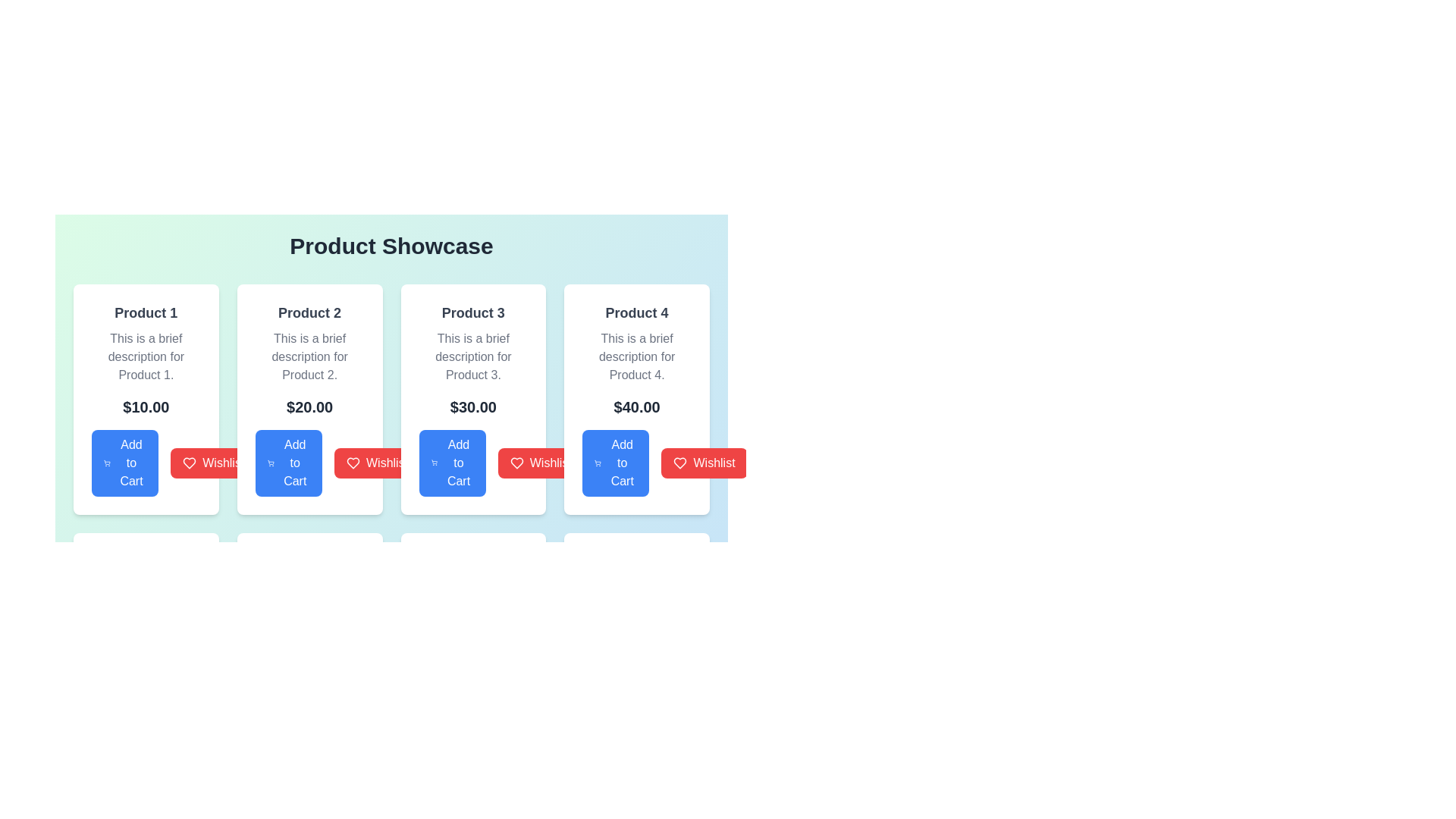  Describe the element at coordinates (309, 462) in the screenshot. I see `the first button in the product card for 'Product 2'` at that location.